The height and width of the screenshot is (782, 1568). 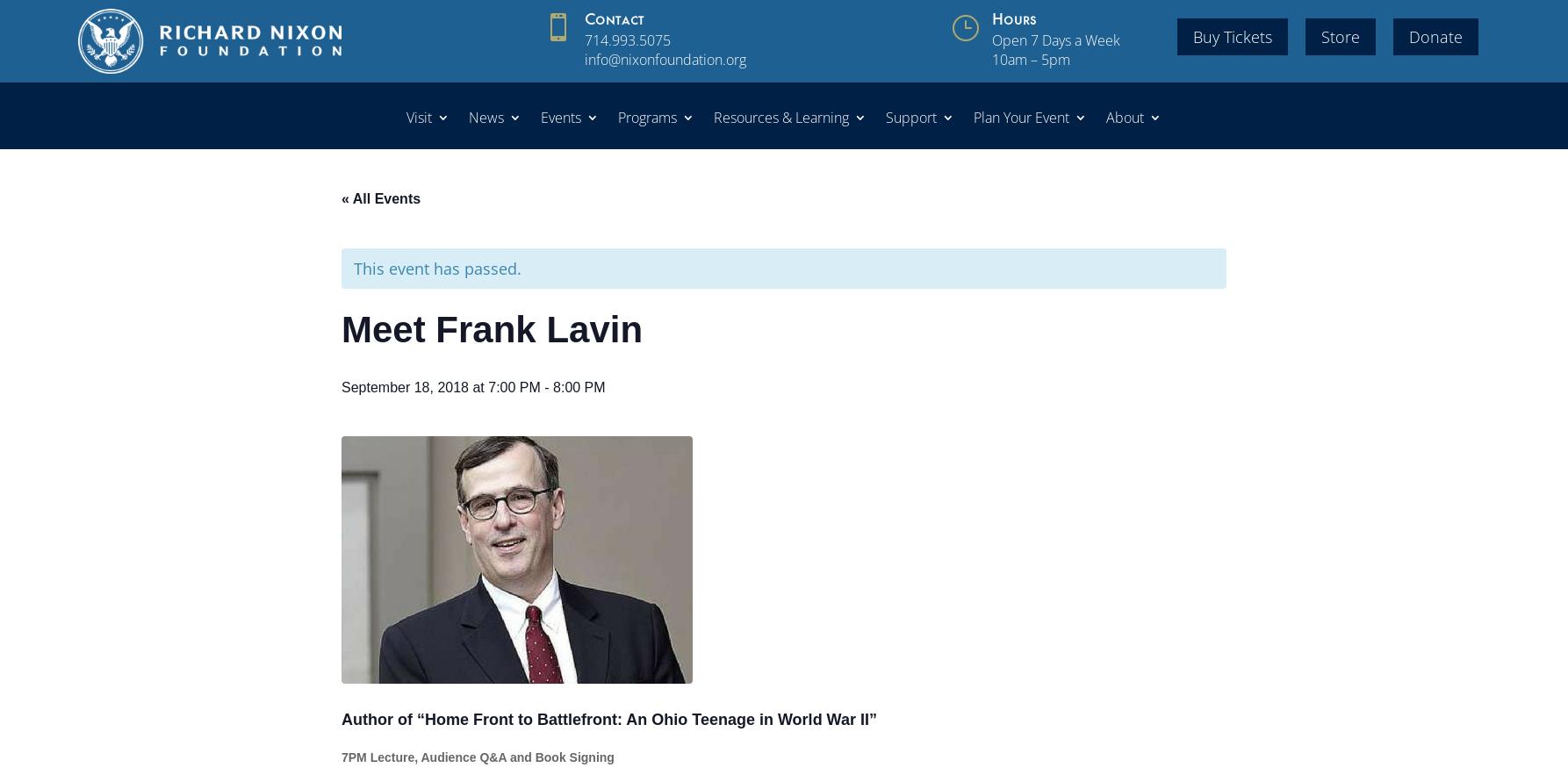 I want to click on 'Research Guide', so click(x=789, y=290).